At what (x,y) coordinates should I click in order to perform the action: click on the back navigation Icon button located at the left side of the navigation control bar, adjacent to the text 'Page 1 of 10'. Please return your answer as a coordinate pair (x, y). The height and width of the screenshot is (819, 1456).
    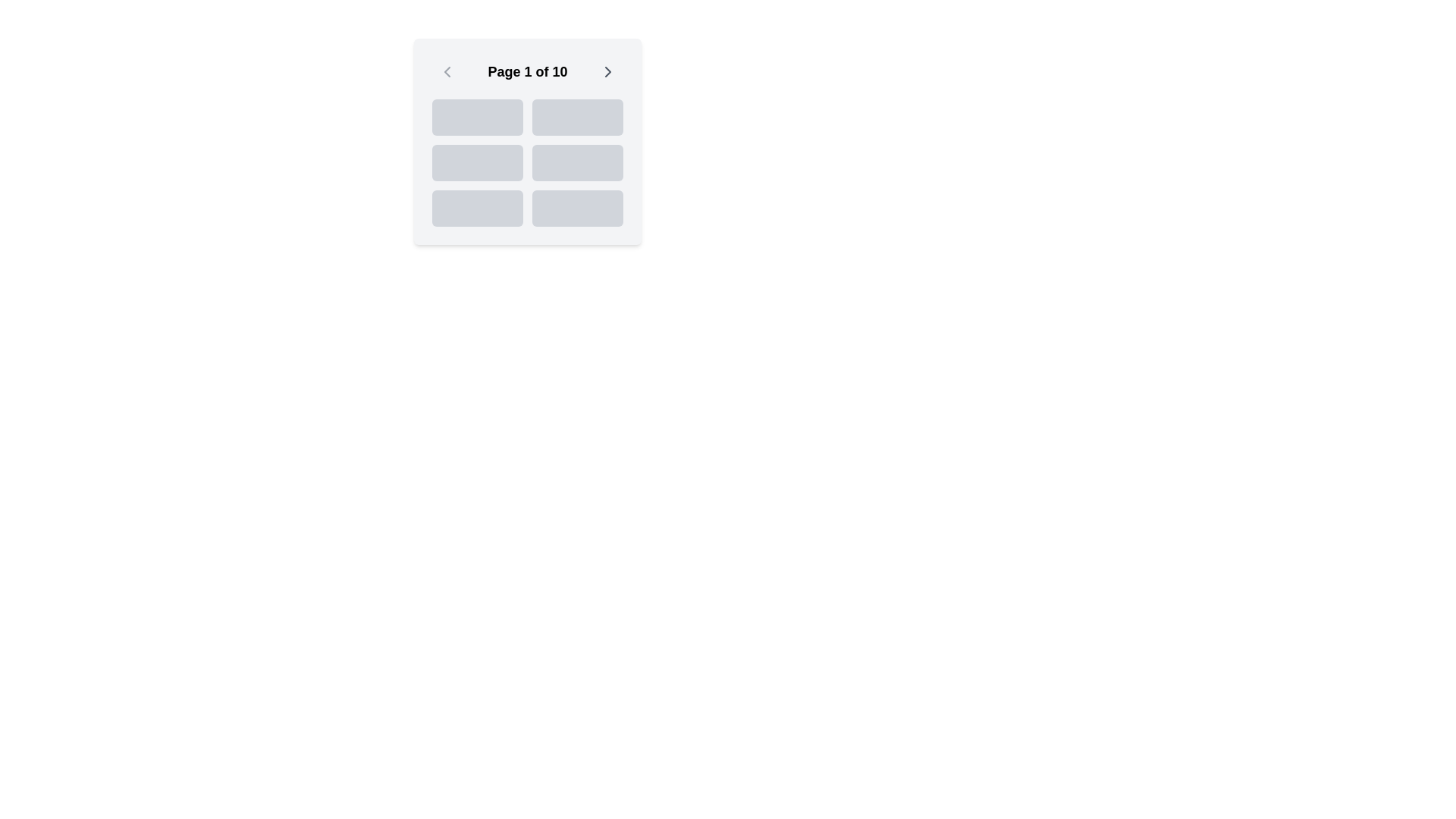
    Looking at the image, I should click on (447, 72).